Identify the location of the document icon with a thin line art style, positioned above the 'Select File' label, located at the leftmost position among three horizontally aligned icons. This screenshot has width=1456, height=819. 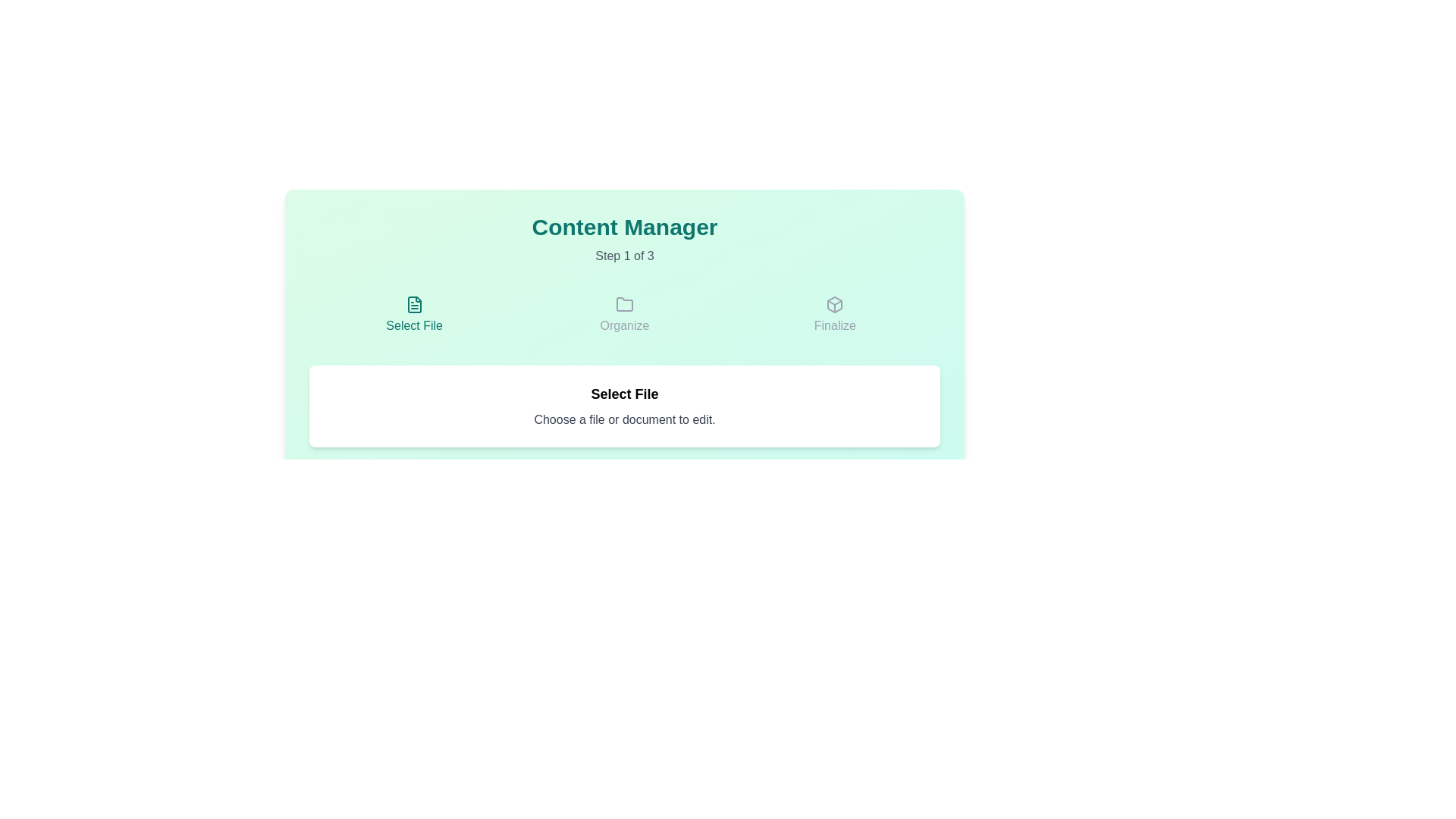
(414, 304).